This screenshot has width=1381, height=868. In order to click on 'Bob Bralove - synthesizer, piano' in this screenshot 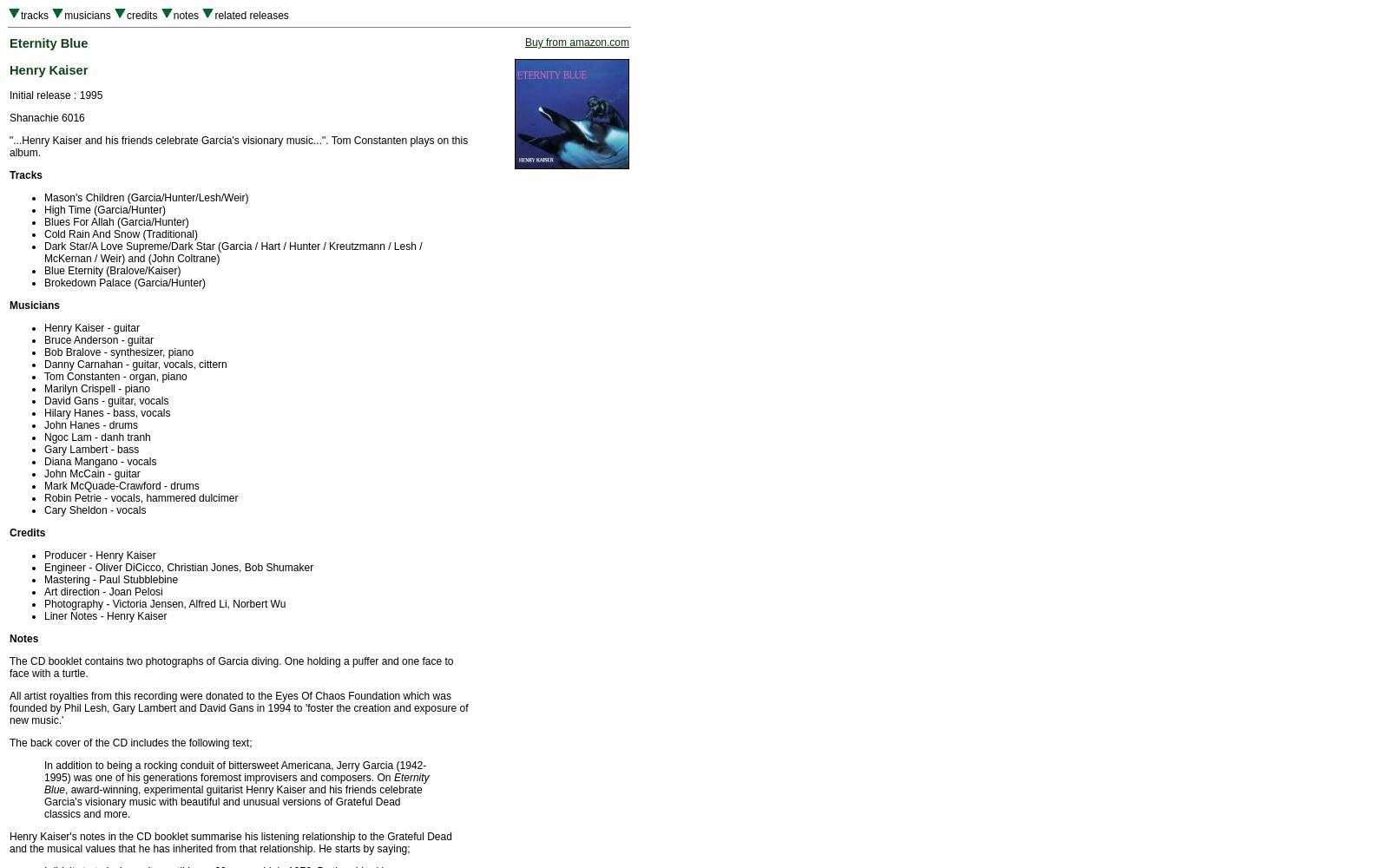, I will do `click(118, 352)`.